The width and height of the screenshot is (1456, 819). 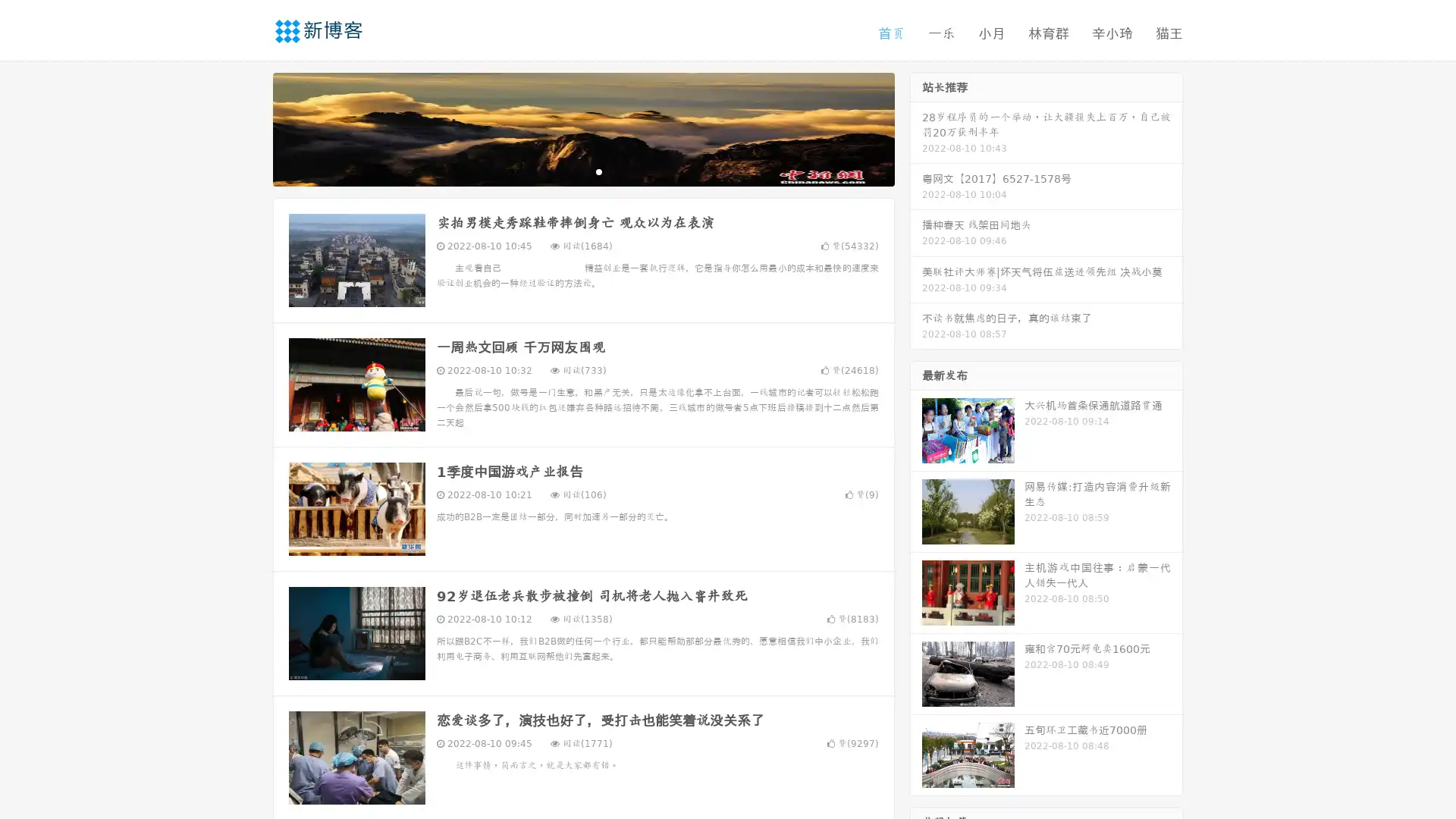 What do you see at coordinates (598, 171) in the screenshot?
I see `Go to slide 3` at bounding box center [598, 171].